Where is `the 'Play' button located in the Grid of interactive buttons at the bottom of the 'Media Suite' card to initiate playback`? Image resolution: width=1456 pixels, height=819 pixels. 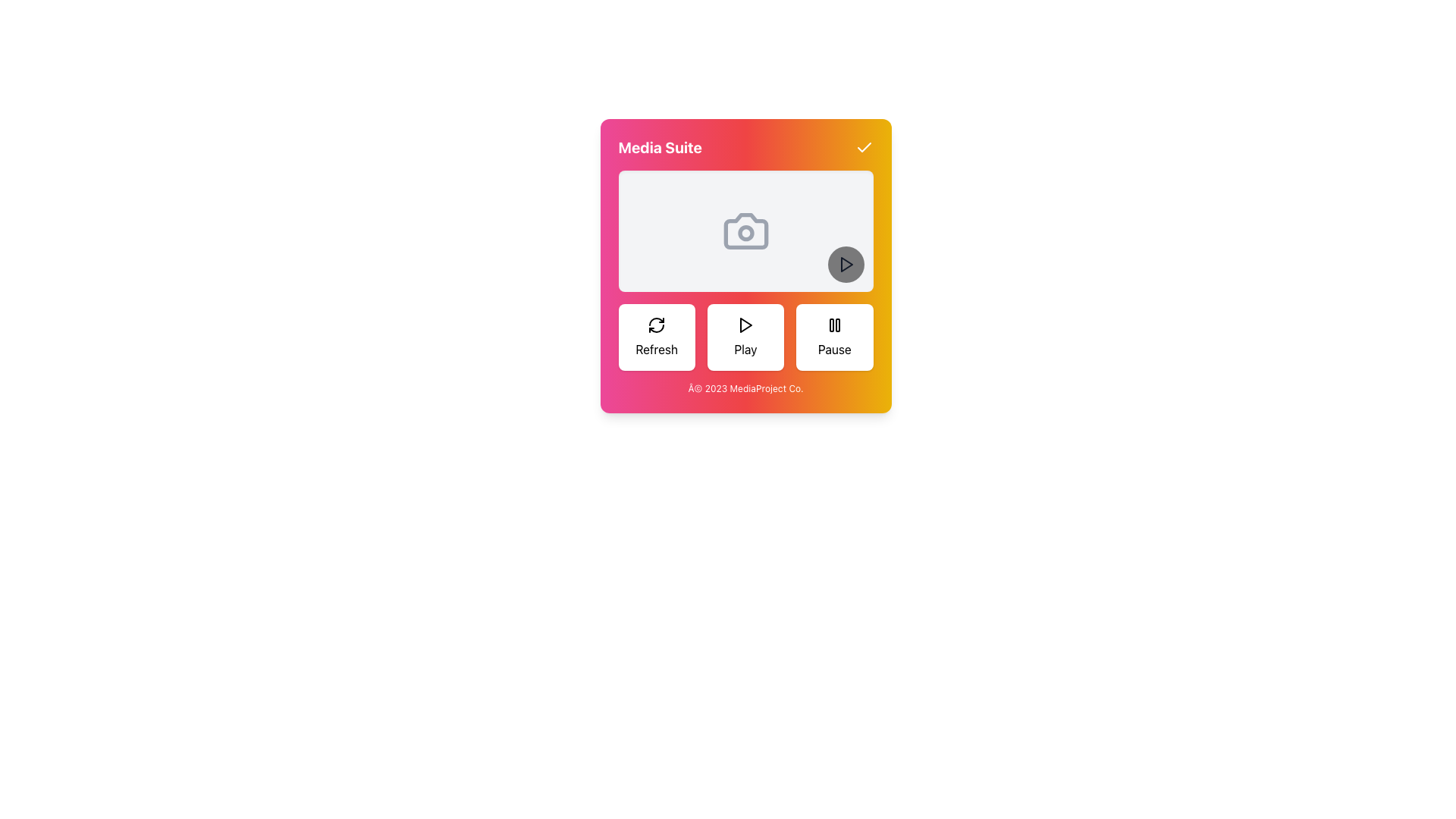 the 'Play' button located in the Grid of interactive buttons at the bottom of the 'Media Suite' card to initiate playback is located at coordinates (745, 336).